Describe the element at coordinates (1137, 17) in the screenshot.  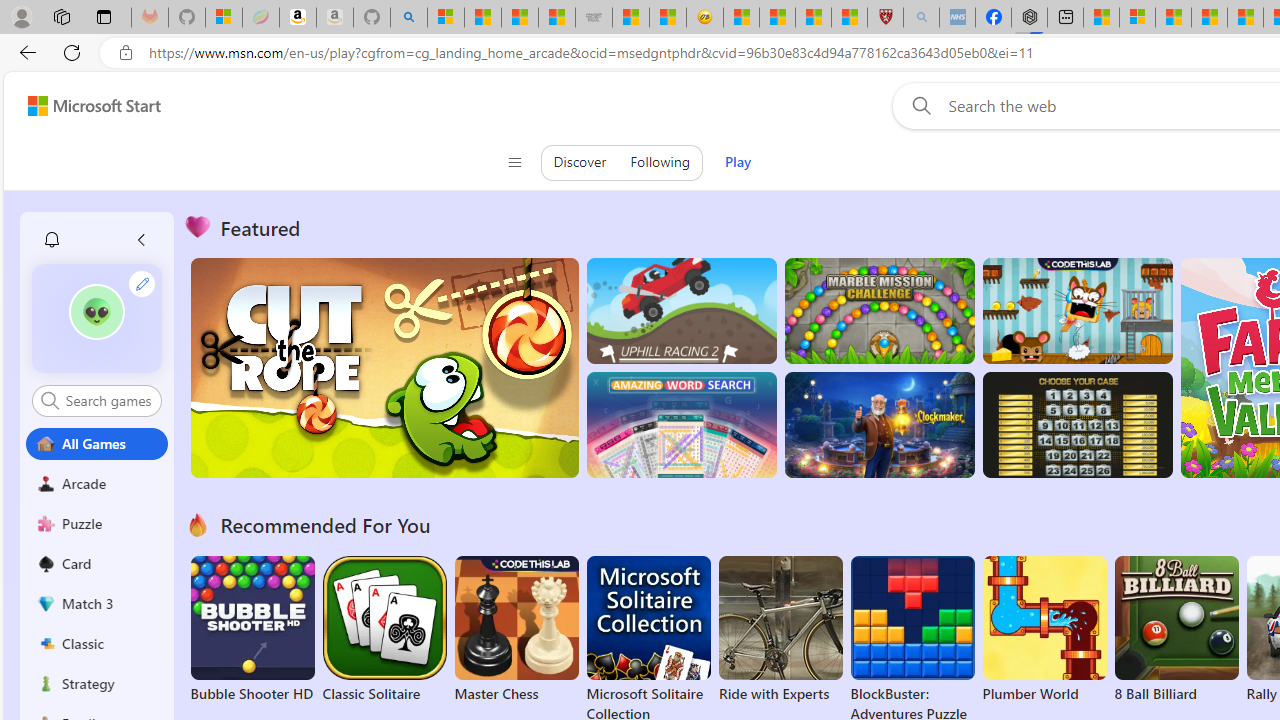
I see `'Microsoft account | Privacy'` at that location.